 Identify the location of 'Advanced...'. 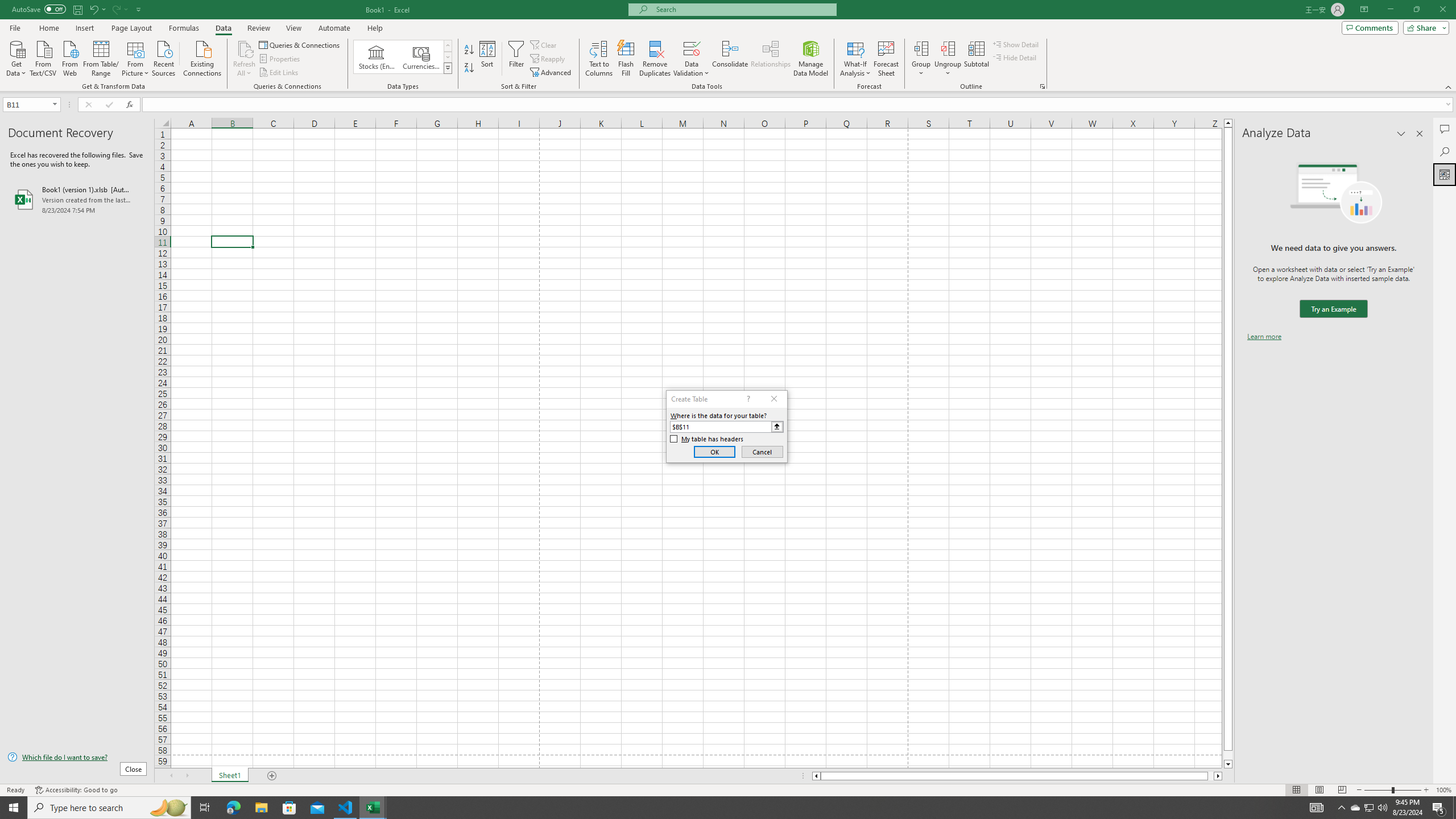
(552, 72).